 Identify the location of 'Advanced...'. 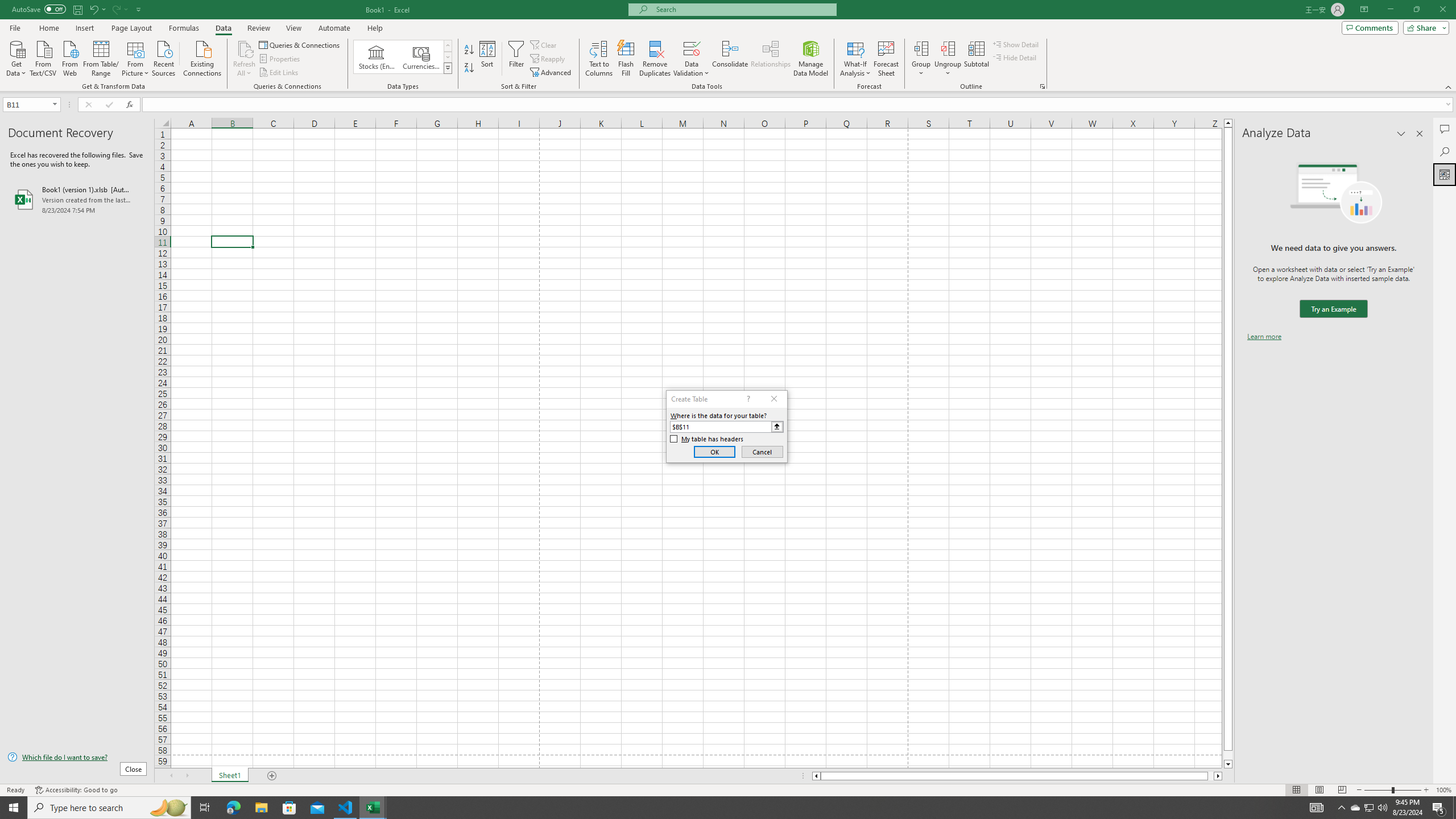
(552, 72).